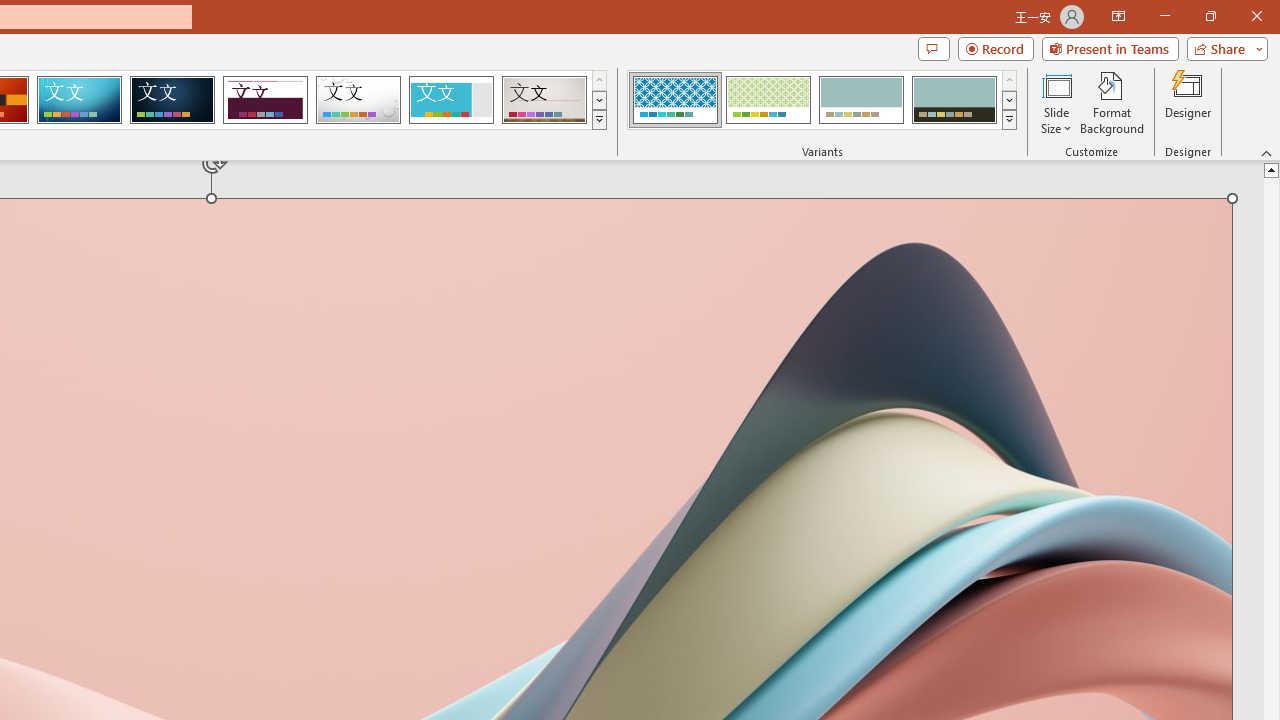 This screenshot has width=1280, height=720. What do you see at coordinates (1009, 100) in the screenshot?
I see `'Row Down'` at bounding box center [1009, 100].